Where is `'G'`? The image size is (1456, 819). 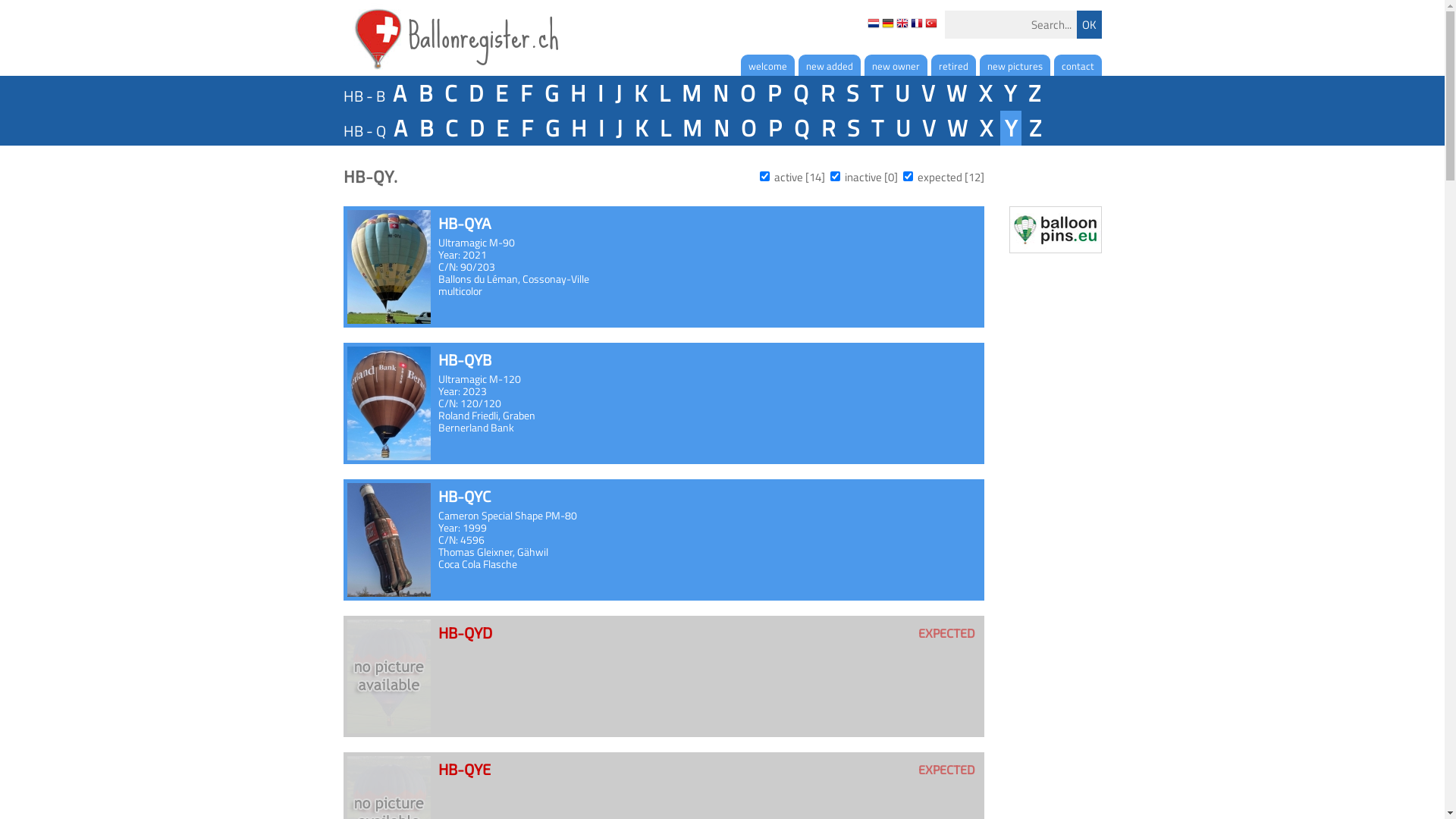 'G' is located at coordinates (539, 127).